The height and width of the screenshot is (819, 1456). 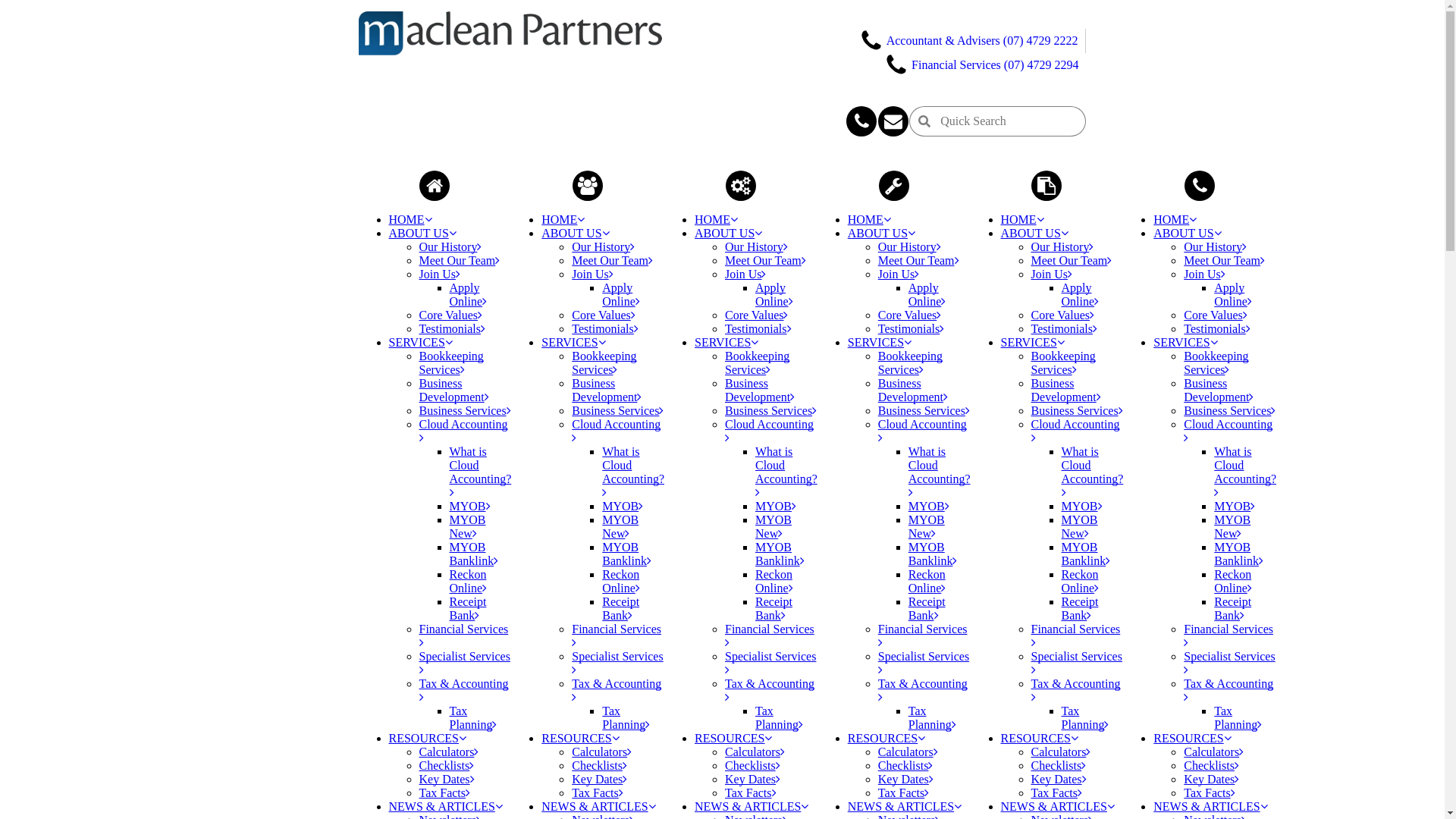 What do you see at coordinates (462, 690) in the screenshot?
I see `'Tax & Accounting'` at bounding box center [462, 690].